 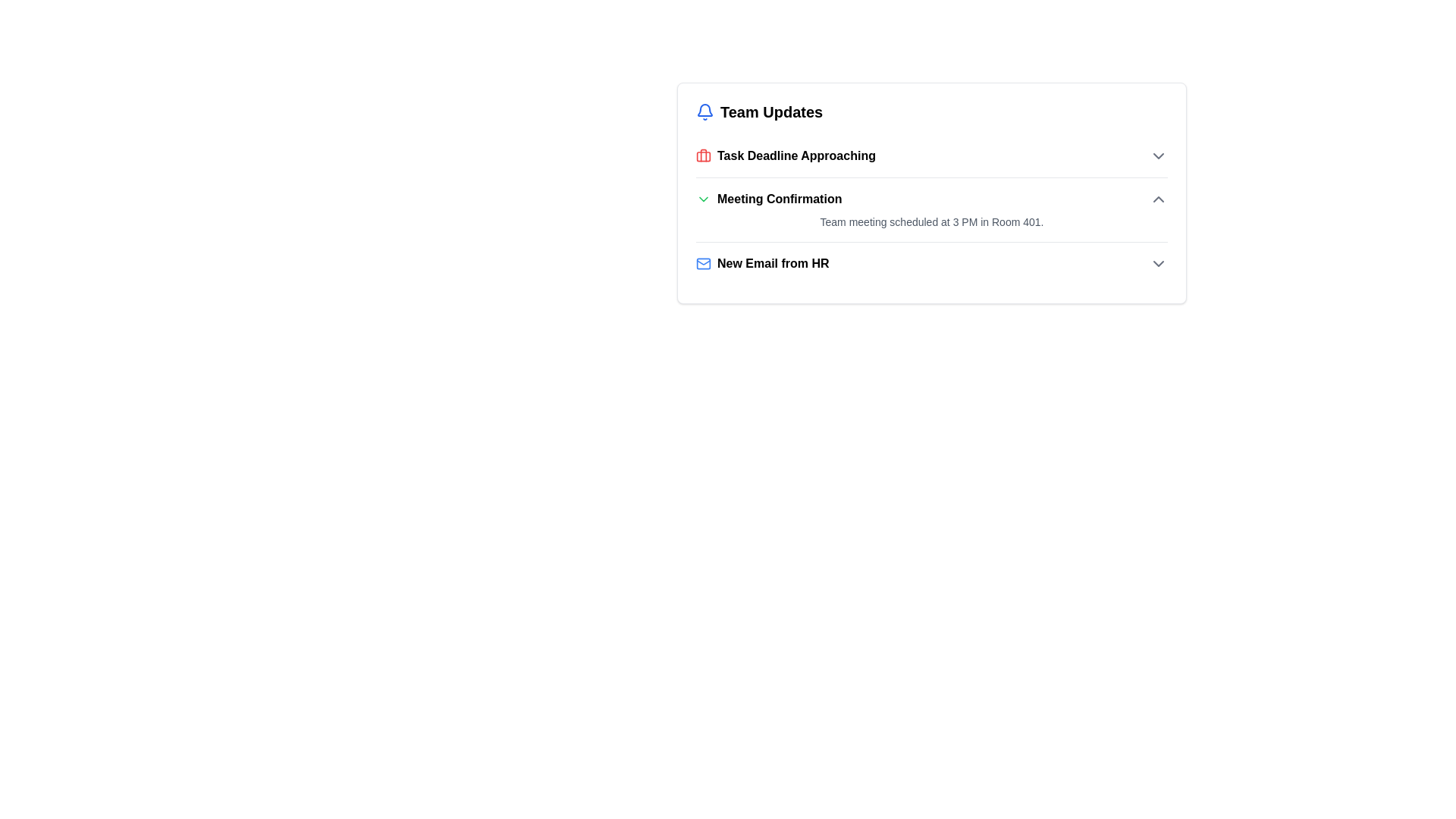 I want to click on notification text label indicating meeting-related updates, which is the second item in the 'Team Updates' list, following 'Task Deadline Approaching', so click(x=780, y=198).